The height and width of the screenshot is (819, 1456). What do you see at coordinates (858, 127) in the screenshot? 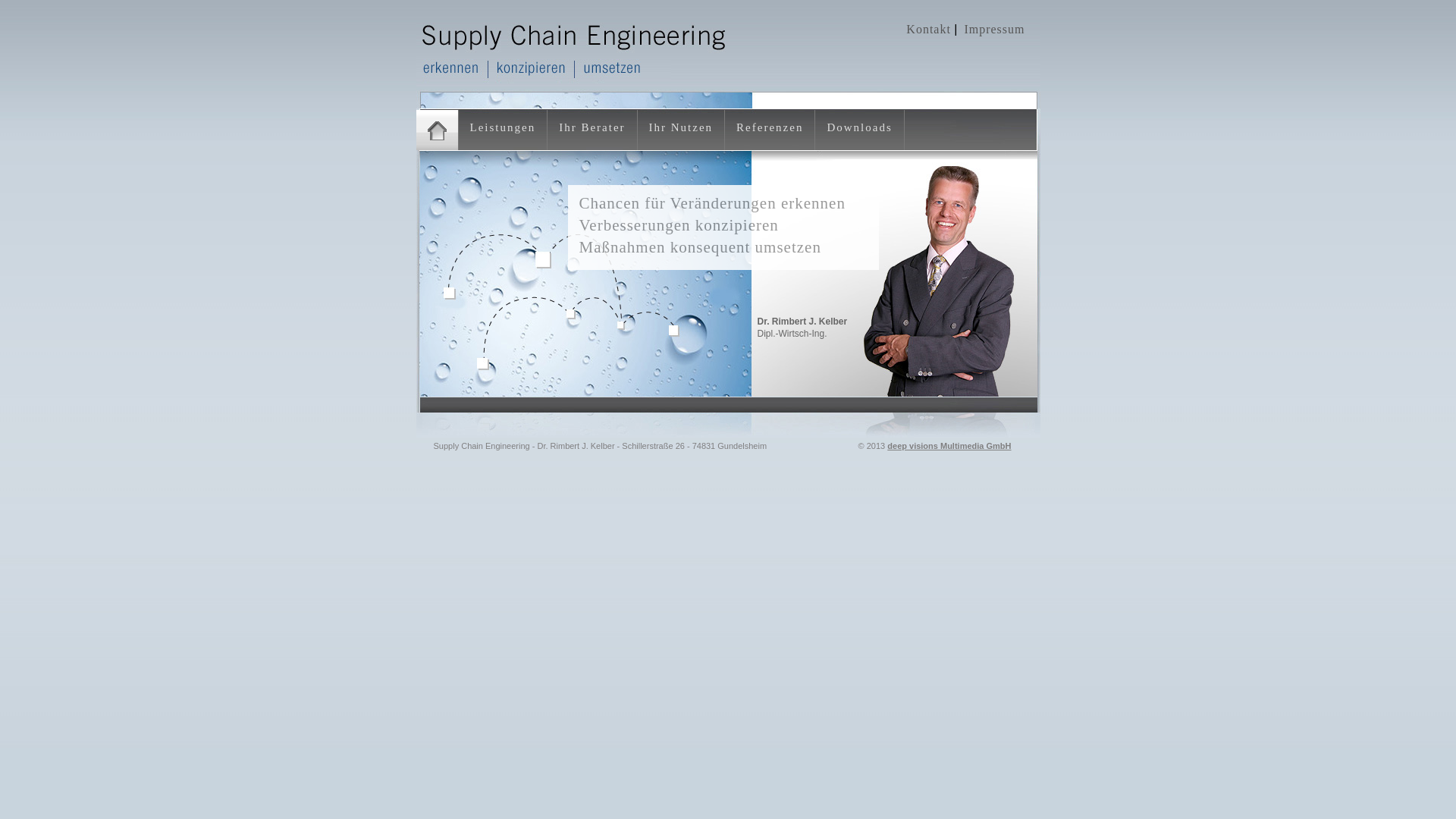
I see `'Downloads'` at bounding box center [858, 127].